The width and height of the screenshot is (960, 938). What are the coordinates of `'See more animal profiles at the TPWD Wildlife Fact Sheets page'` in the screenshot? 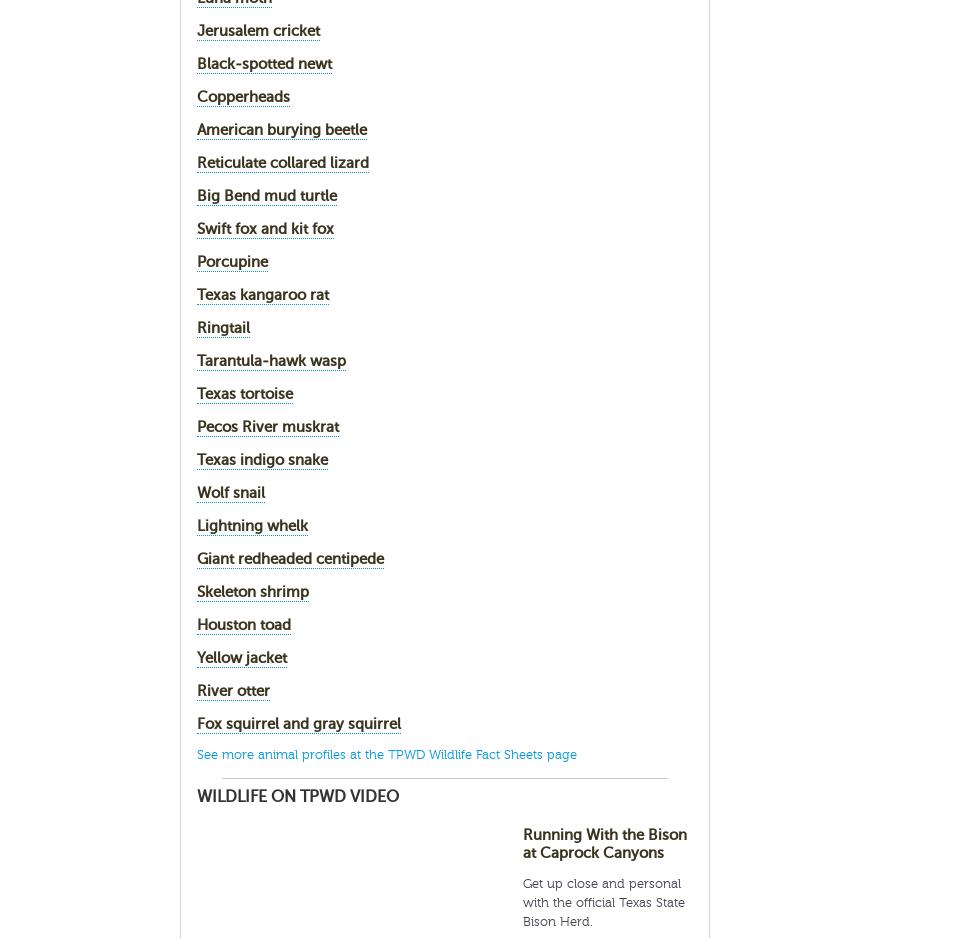 It's located at (385, 754).